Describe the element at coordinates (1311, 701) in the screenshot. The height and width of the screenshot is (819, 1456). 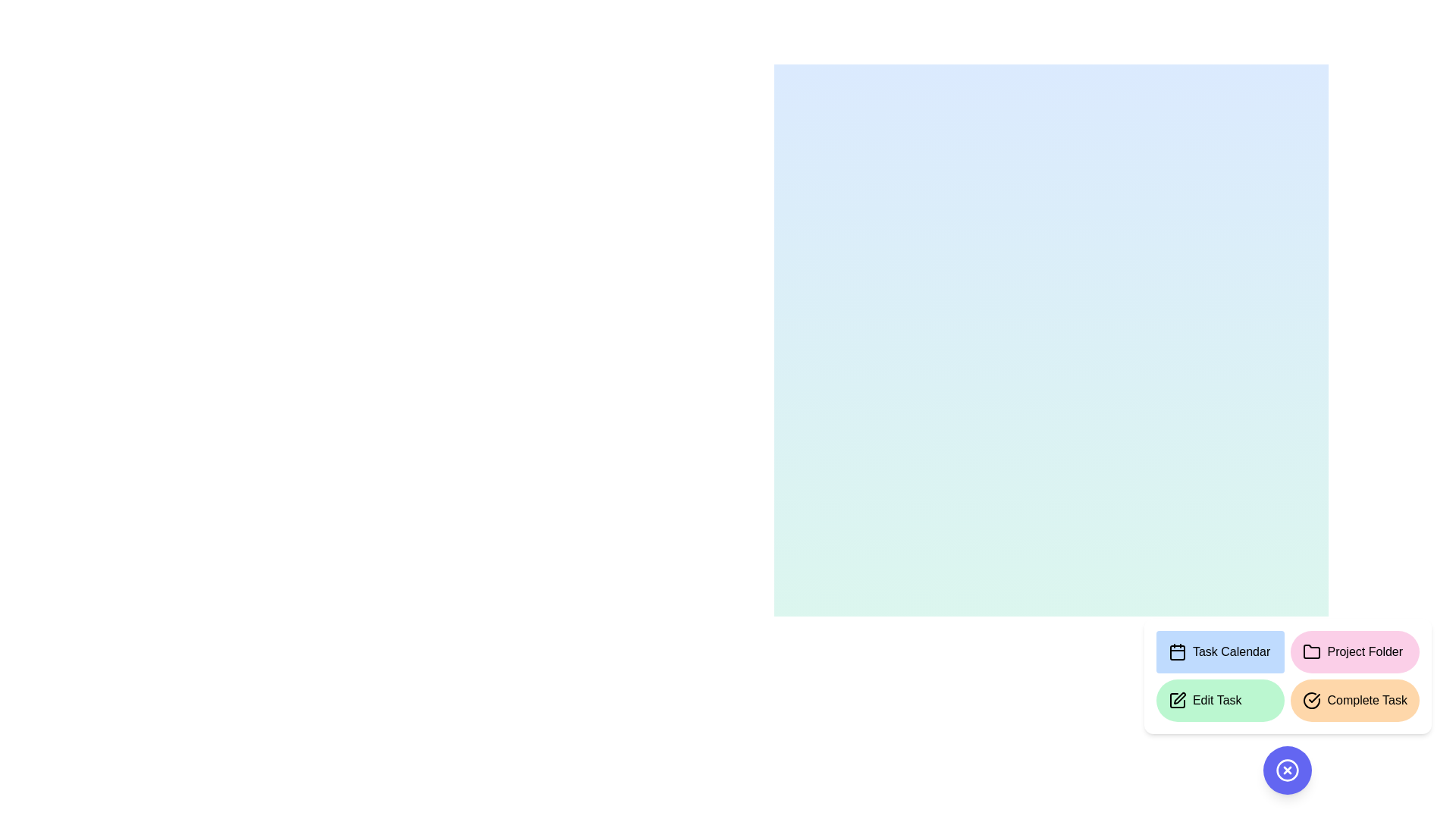
I see `the checkmark icon within the 'Complete Task' button, which is a rounded rectangular button with an orange background located at the bottom-right of the interface` at that location.